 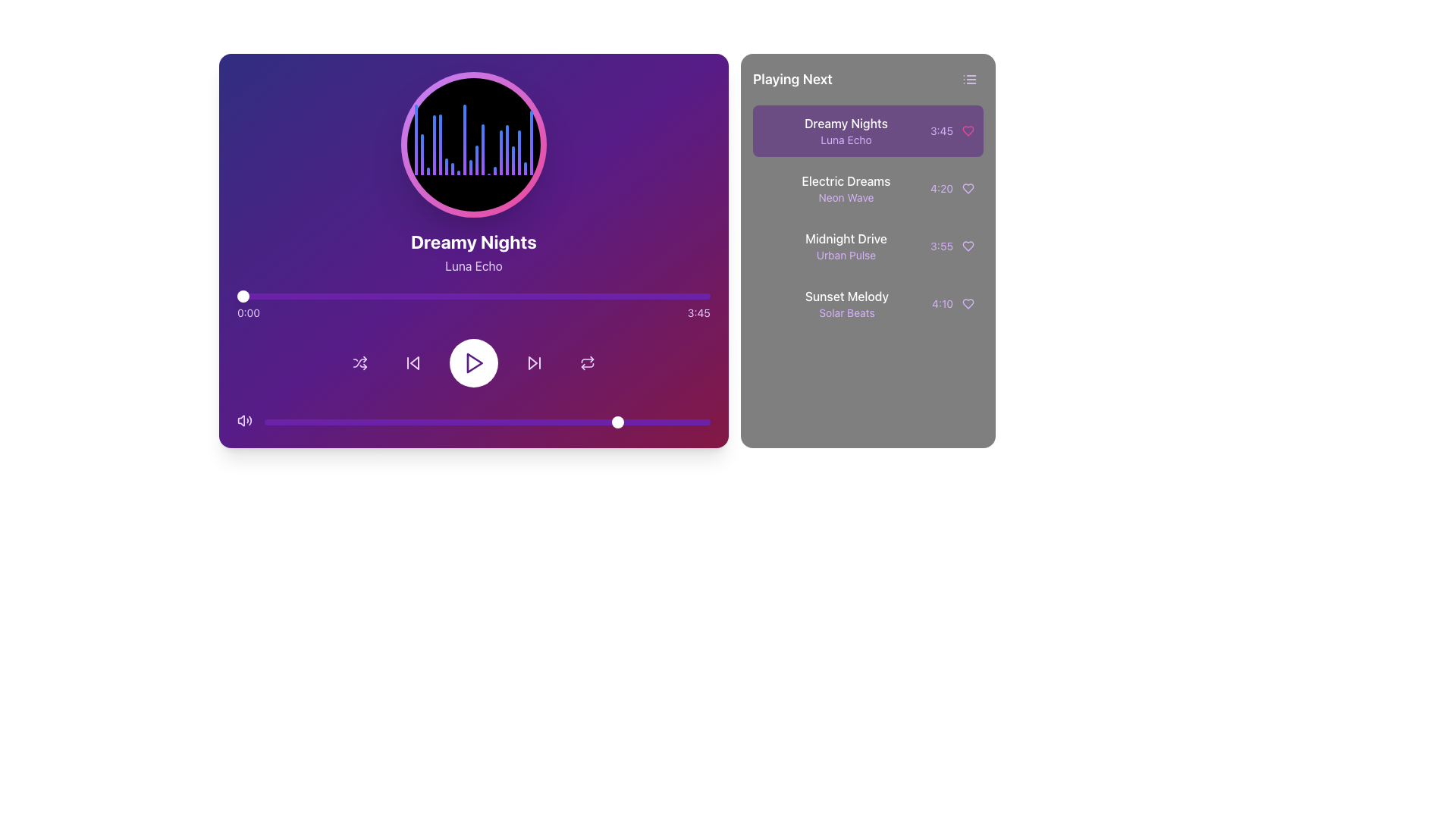 What do you see at coordinates (359, 362) in the screenshot?
I see `the shuffle button, an interactive SVG icon located in the media control group` at bounding box center [359, 362].